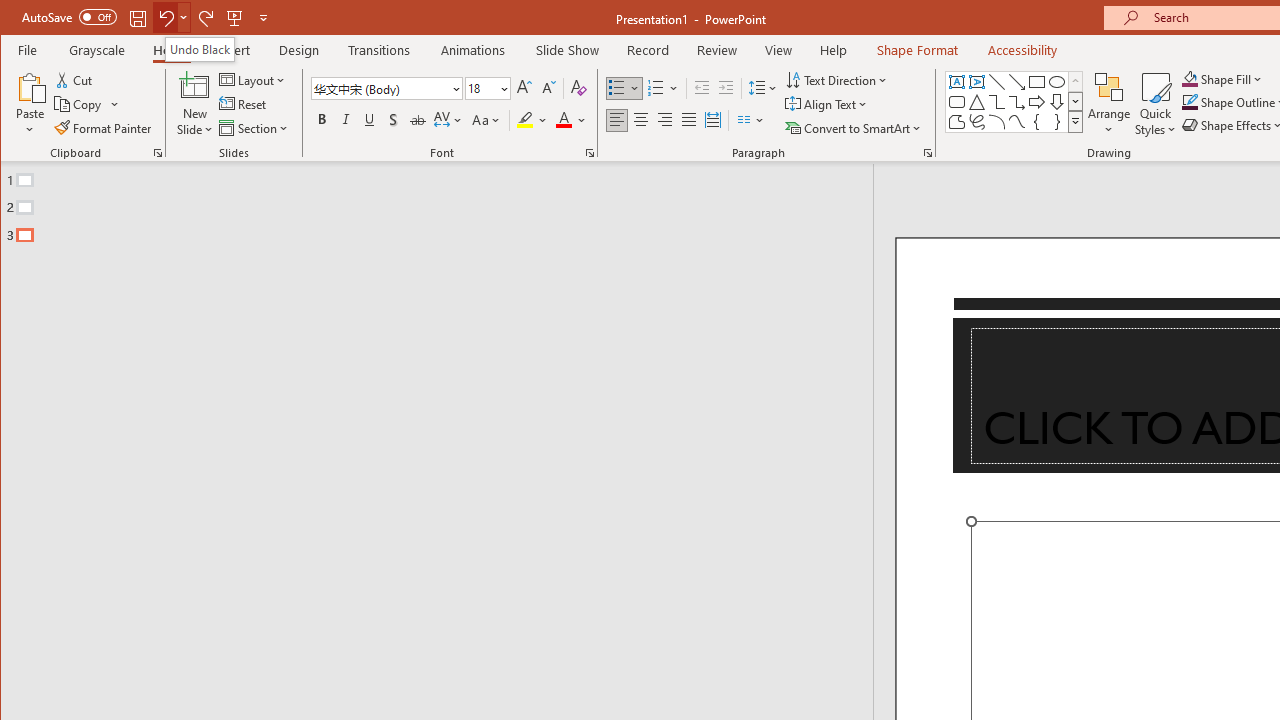  Describe the element at coordinates (763, 87) in the screenshot. I see `'Line Spacing'` at that location.